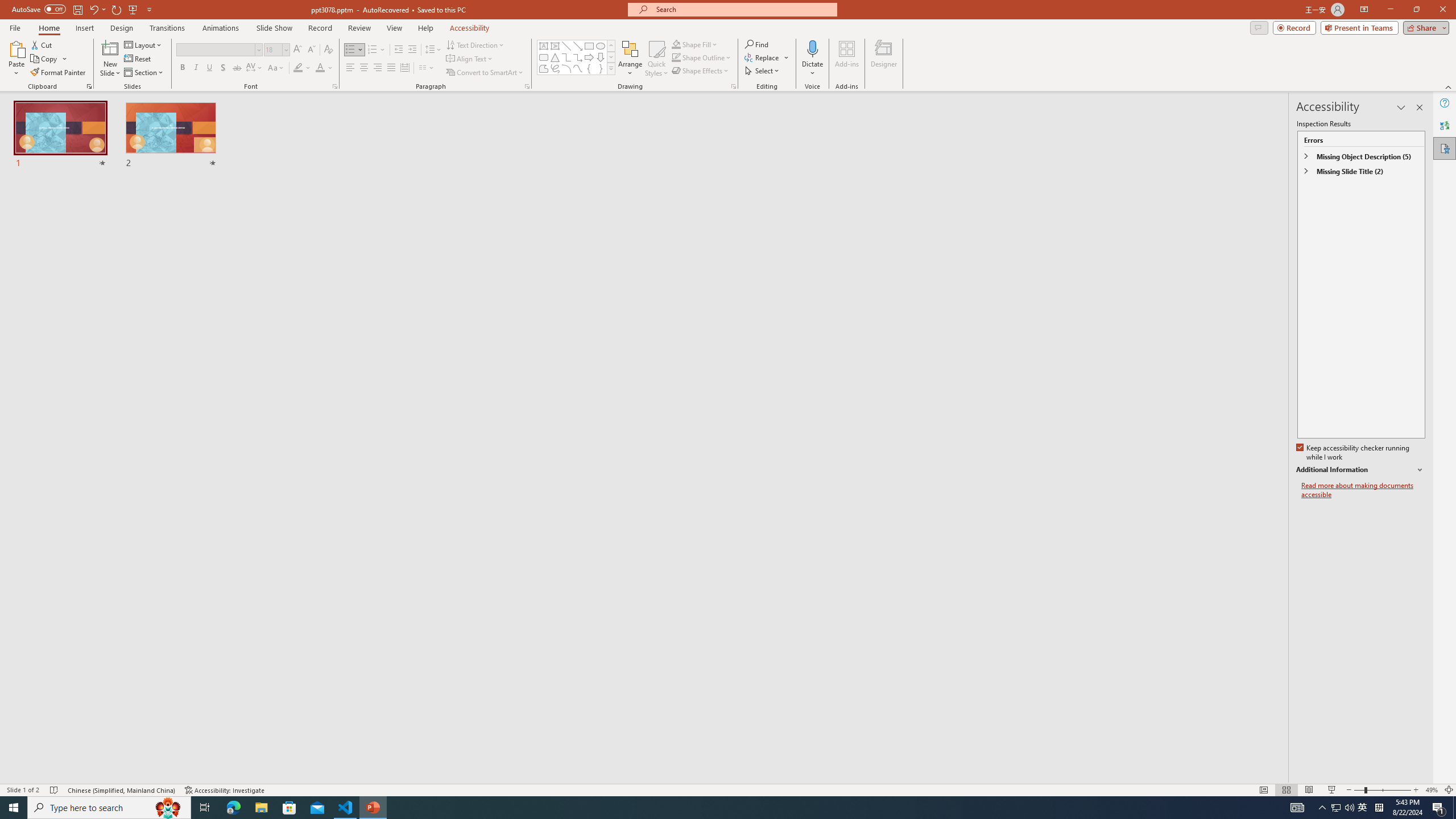 Image resolution: width=1456 pixels, height=819 pixels. What do you see at coordinates (676, 56) in the screenshot?
I see `'Shape Outline Green, Accent 1'` at bounding box center [676, 56].